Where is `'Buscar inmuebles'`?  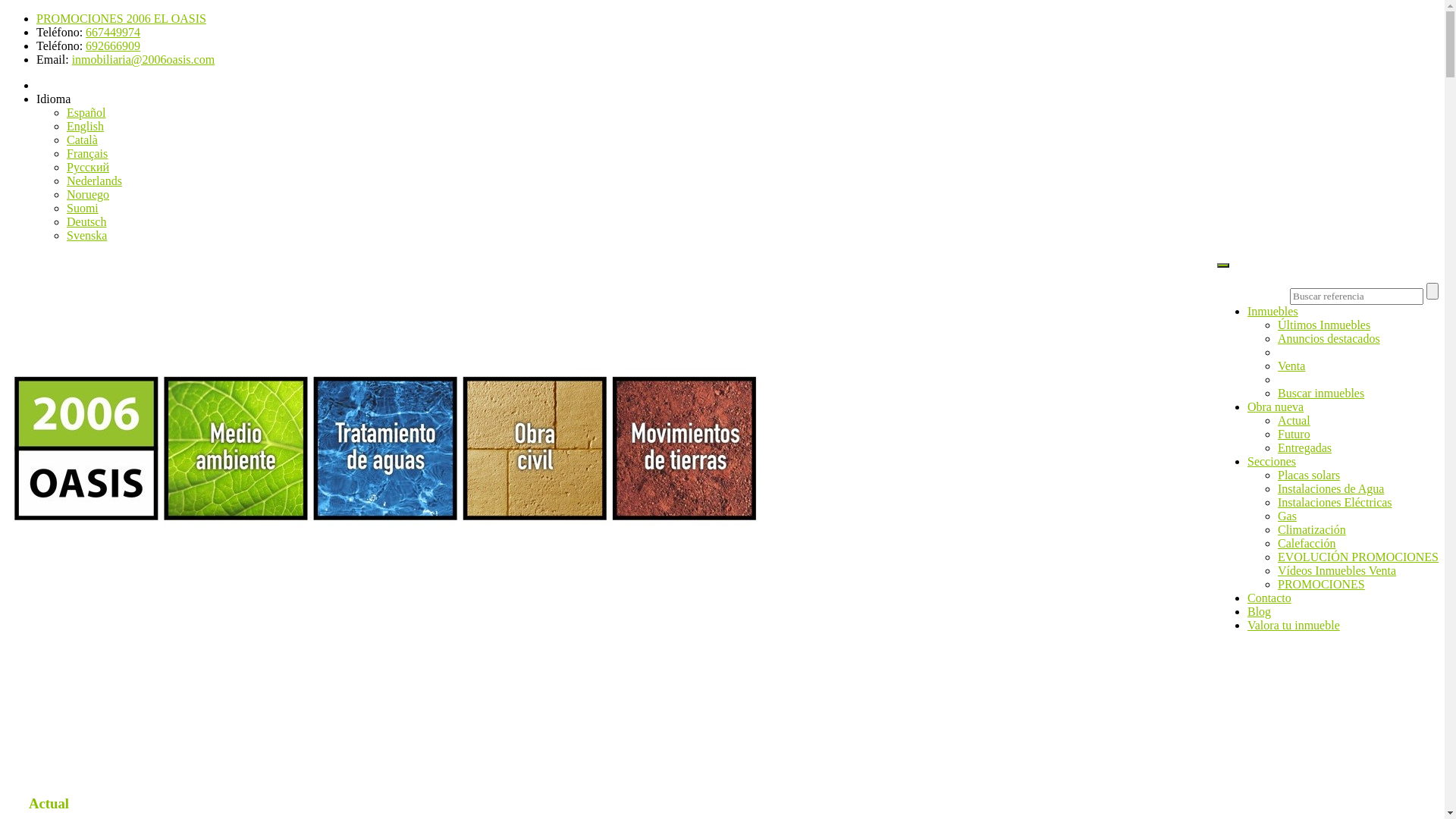 'Buscar inmuebles' is located at coordinates (1276, 392).